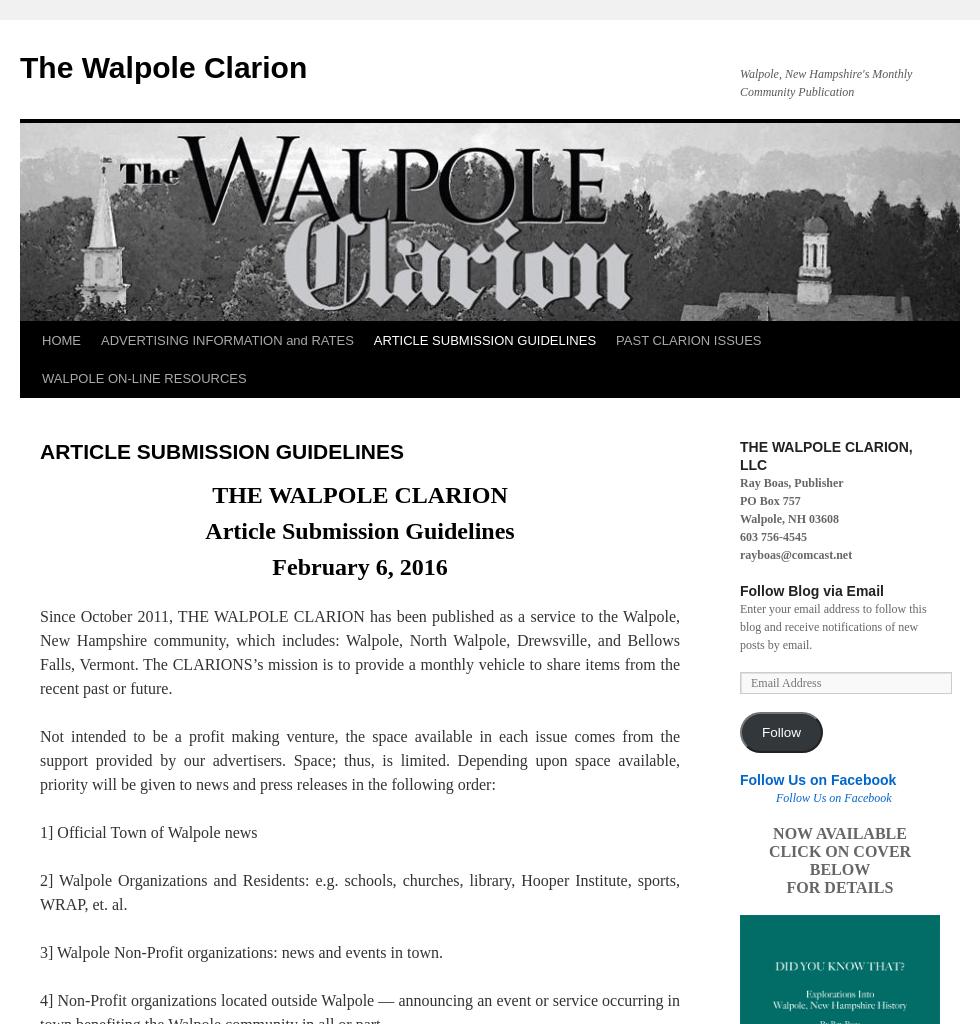 The height and width of the screenshot is (1024, 980). What do you see at coordinates (769, 500) in the screenshot?
I see `'PO Box 757'` at bounding box center [769, 500].